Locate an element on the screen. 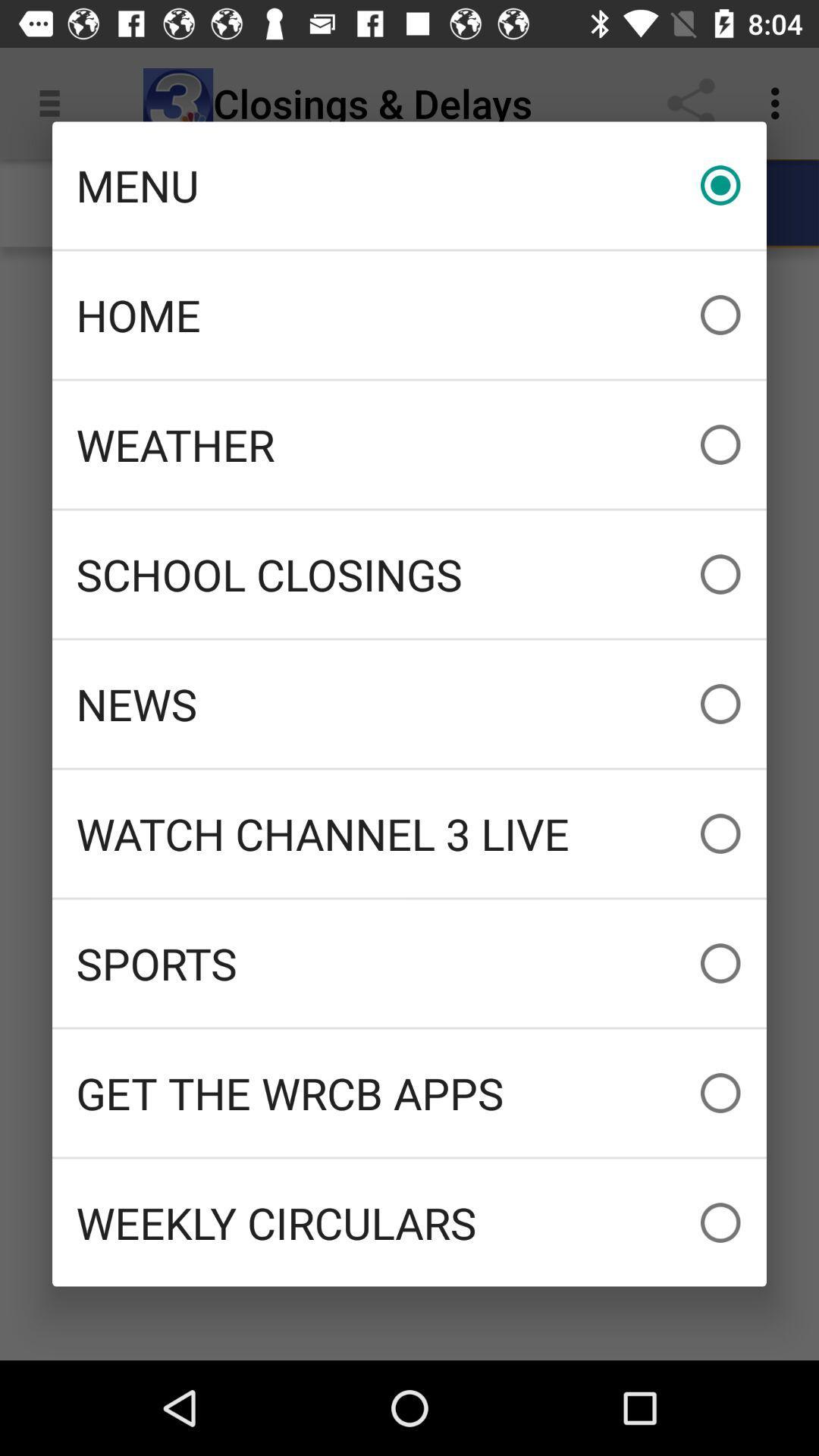 The width and height of the screenshot is (819, 1456). the item above the get the wrcb is located at coordinates (409, 962).